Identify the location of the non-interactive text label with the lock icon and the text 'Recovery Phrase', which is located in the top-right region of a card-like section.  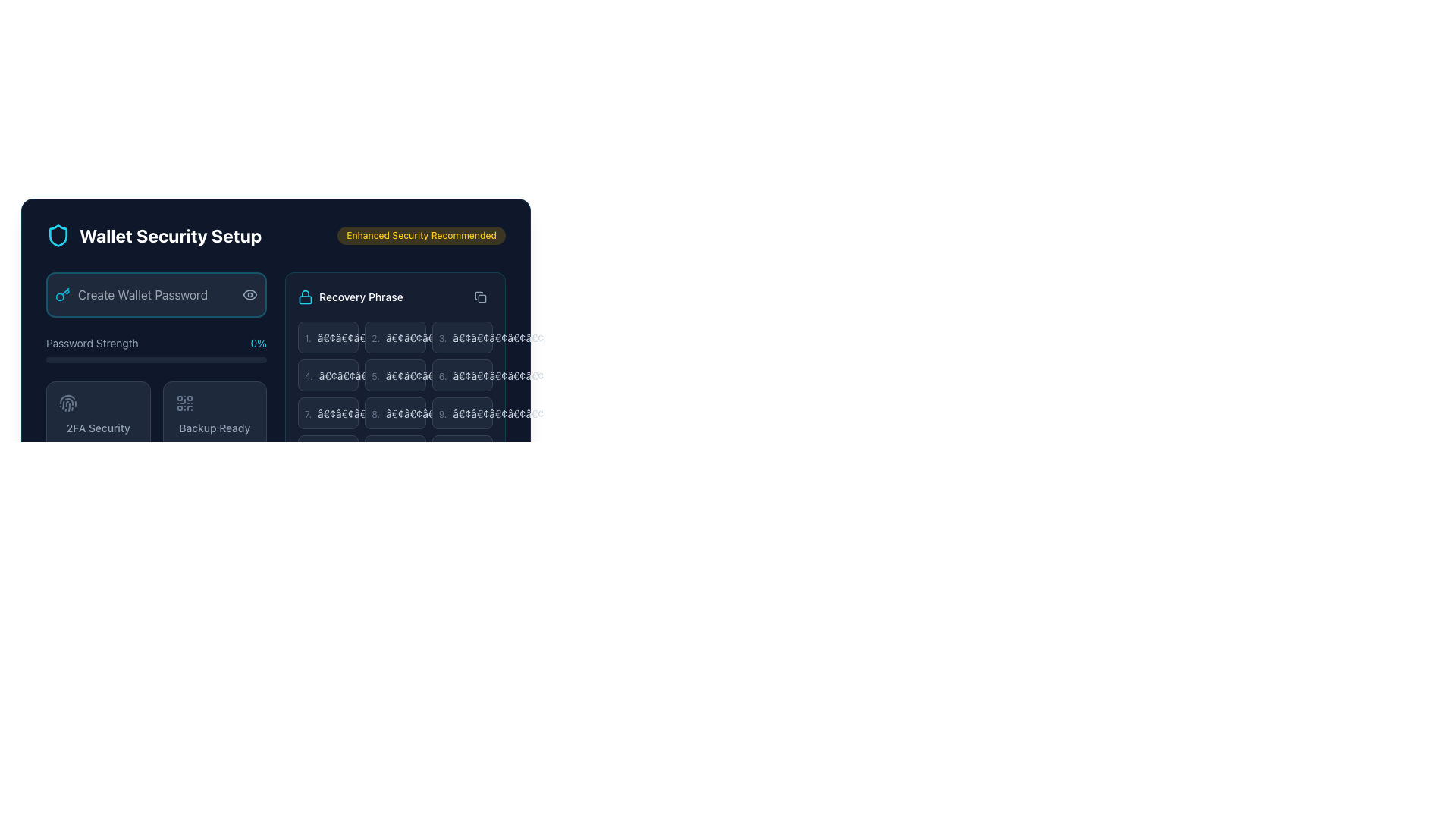
(350, 297).